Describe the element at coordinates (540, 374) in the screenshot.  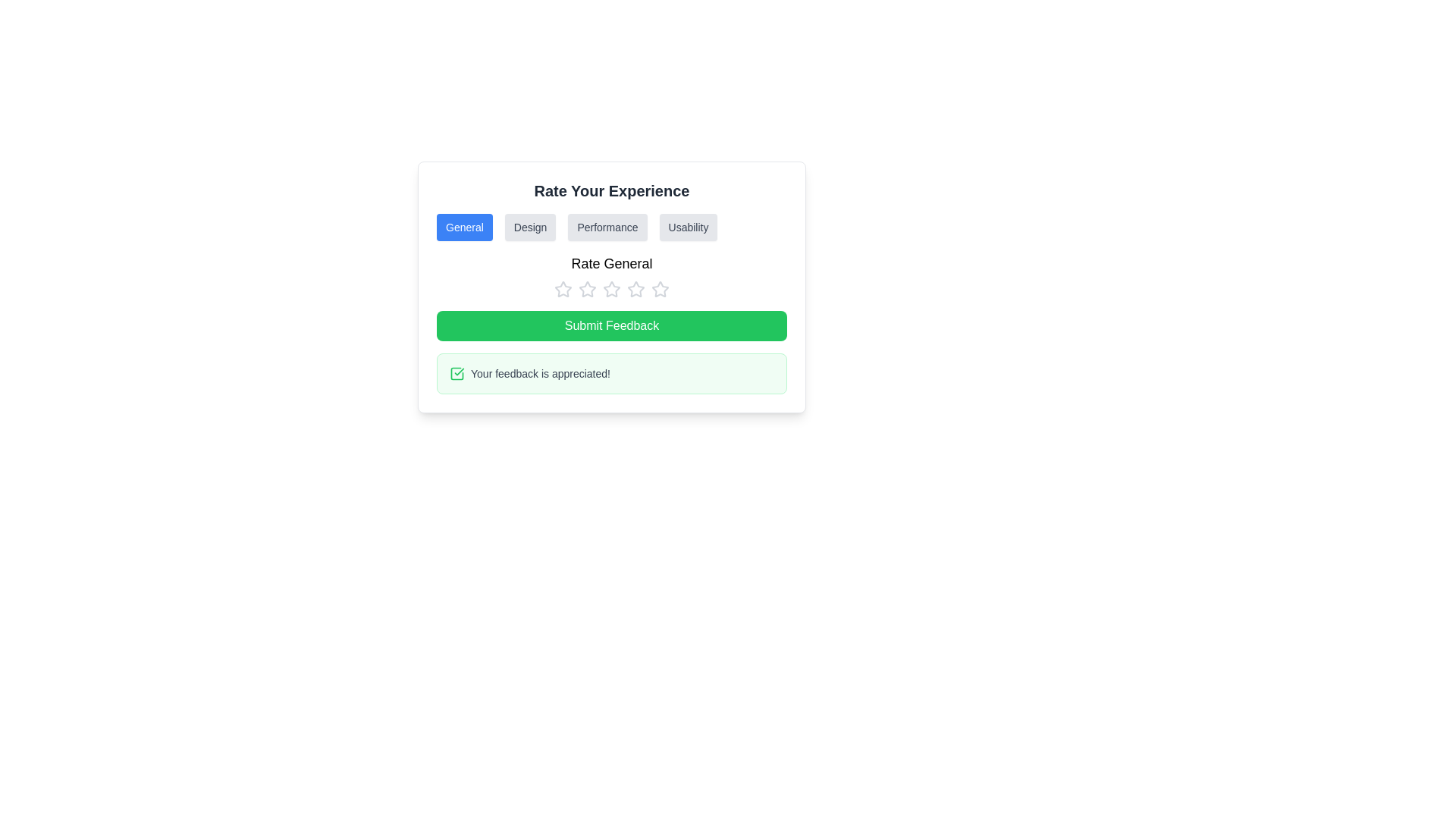
I see `the text label that reads 'Your feedback is appreciated!', which is styled in a small font size, medium weight, and gray color, located below the 'Submit Feedback' button and to the right of the green check icon` at that location.